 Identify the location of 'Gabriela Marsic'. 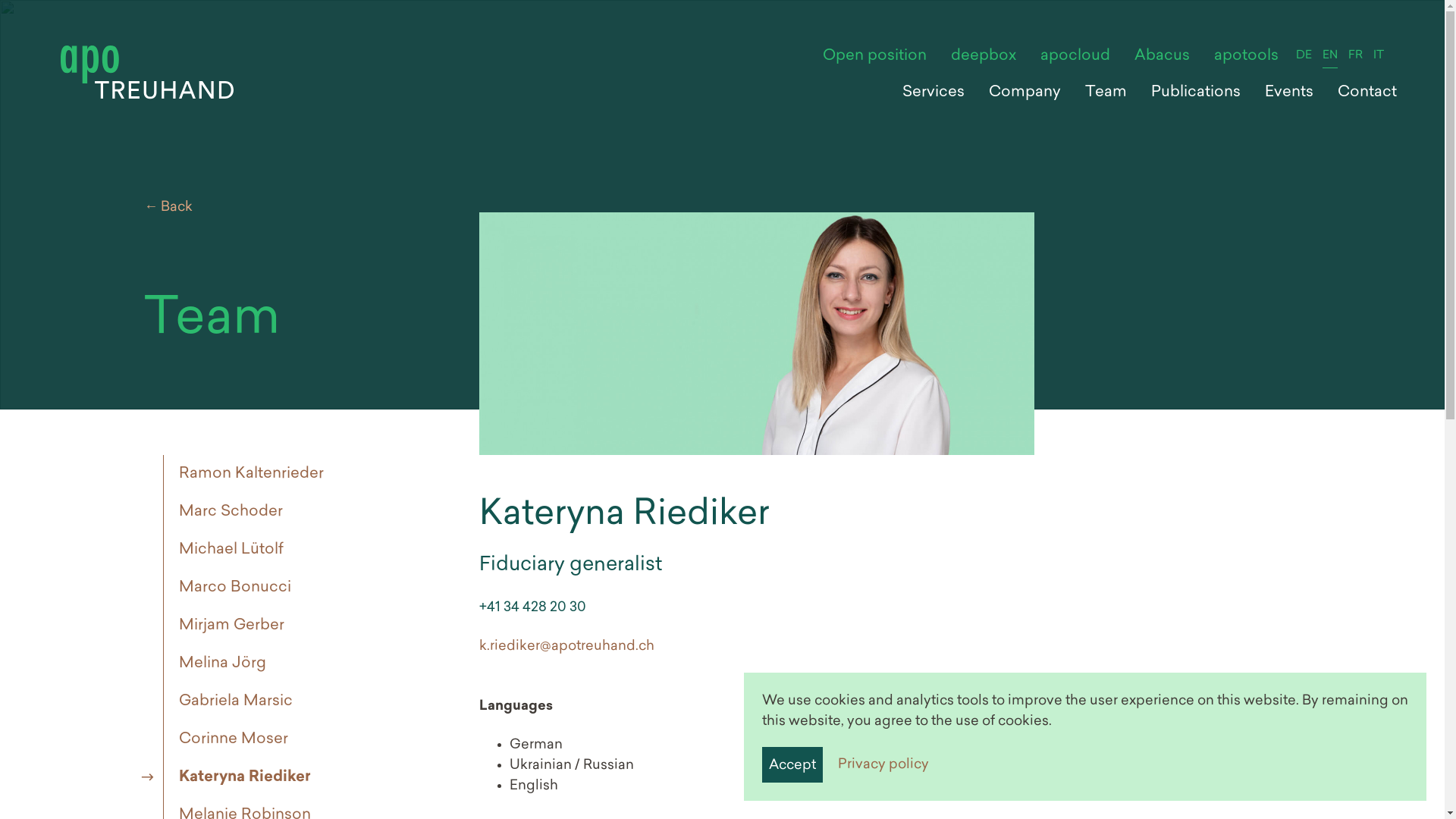
(231, 701).